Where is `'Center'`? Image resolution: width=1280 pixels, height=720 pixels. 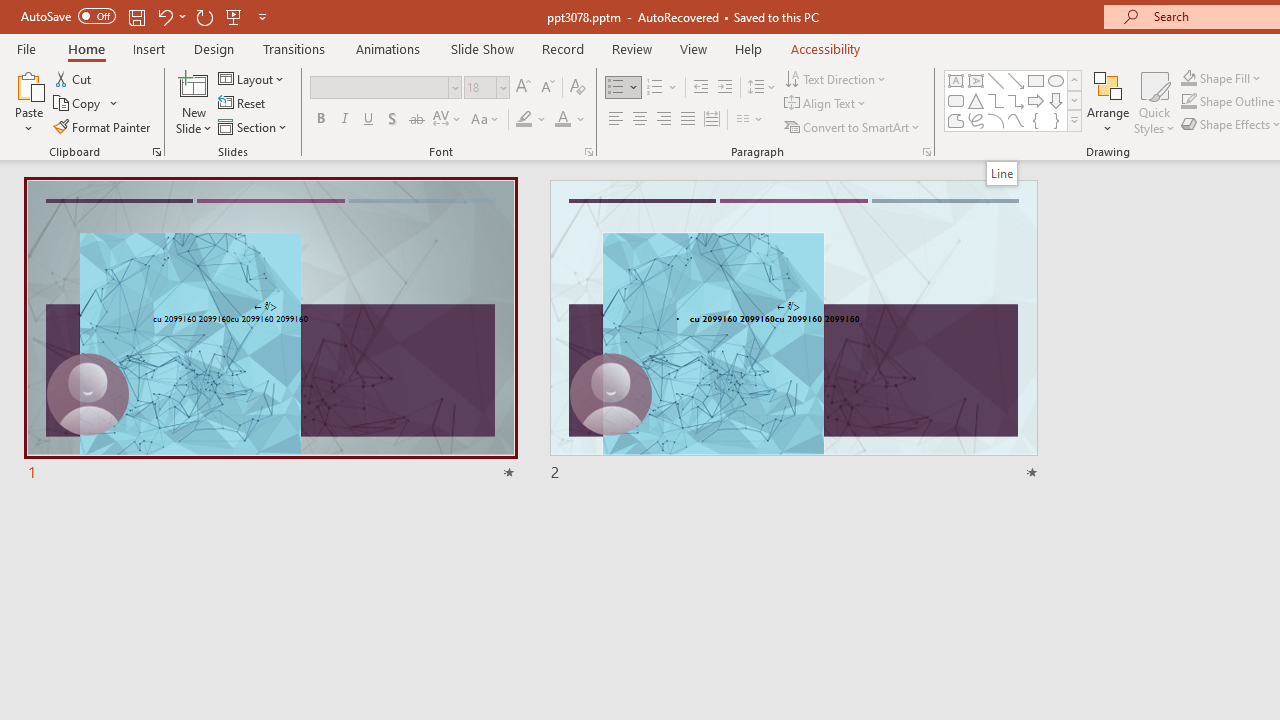 'Center' is located at coordinates (640, 119).